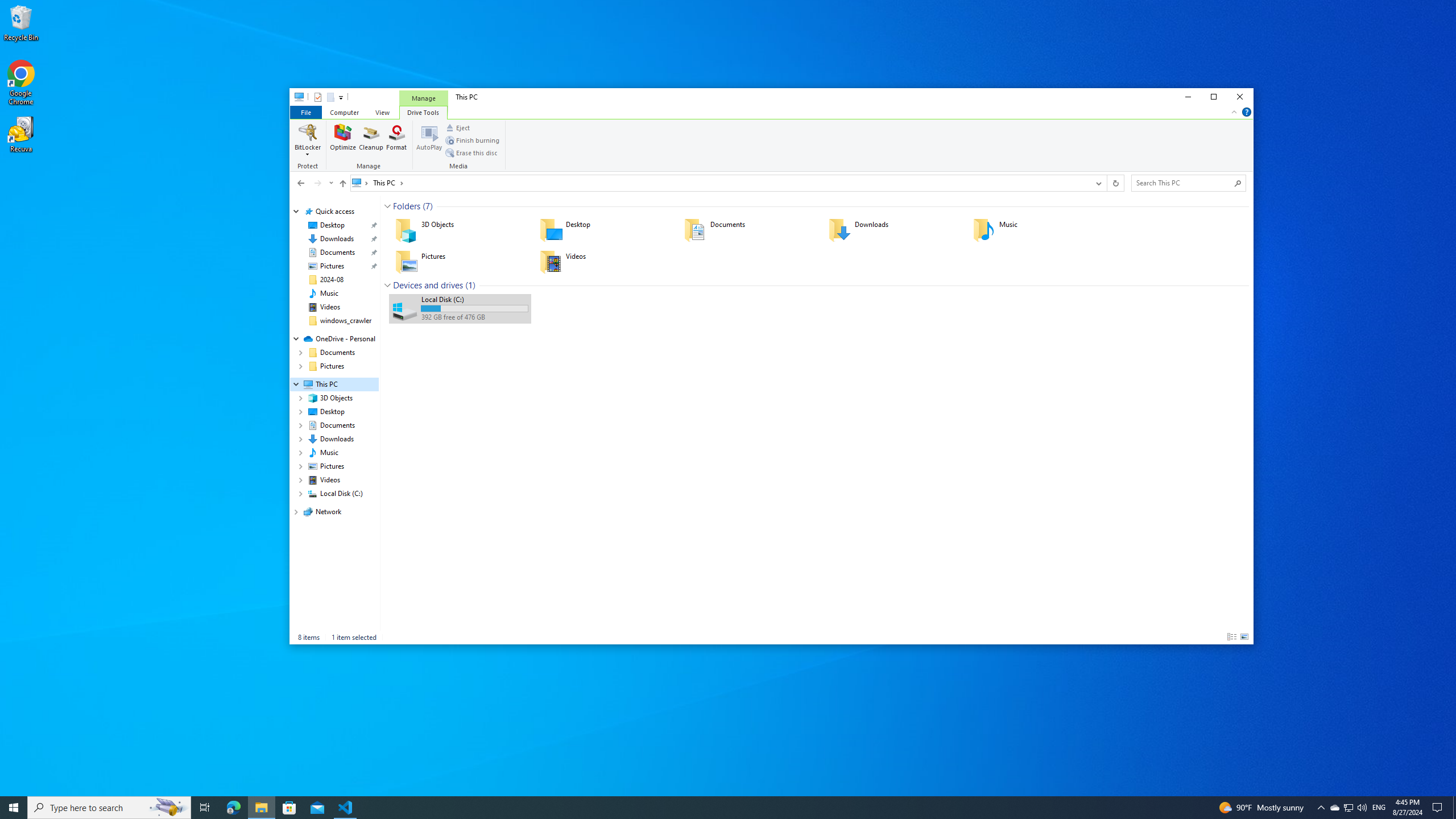  What do you see at coordinates (345, 806) in the screenshot?
I see `'Visual Studio Code - 1 running window'` at bounding box center [345, 806].